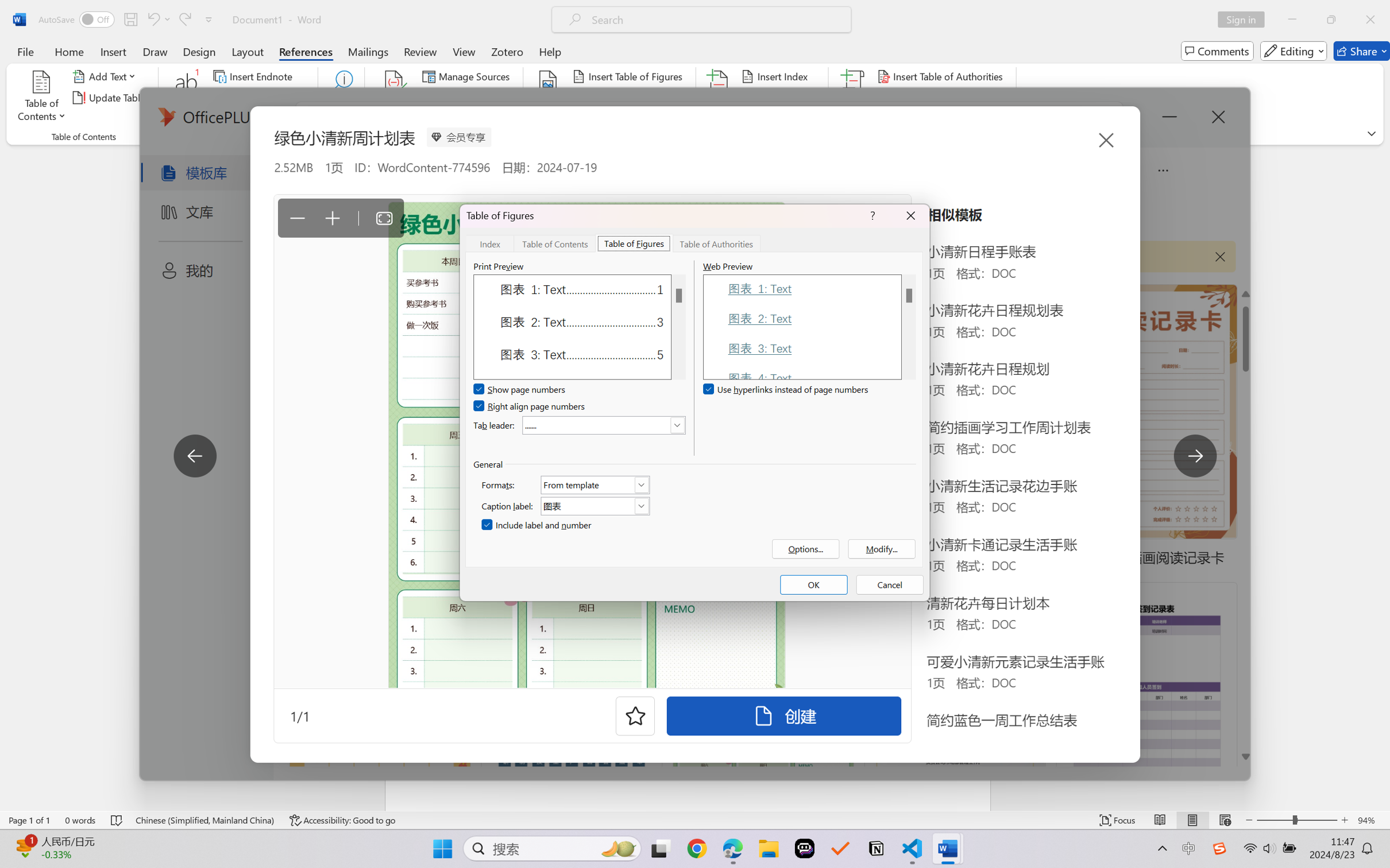 This screenshot has height=868, width=1390. What do you see at coordinates (805, 548) in the screenshot?
I see `'Options...'` at bounding box center [805, 548].